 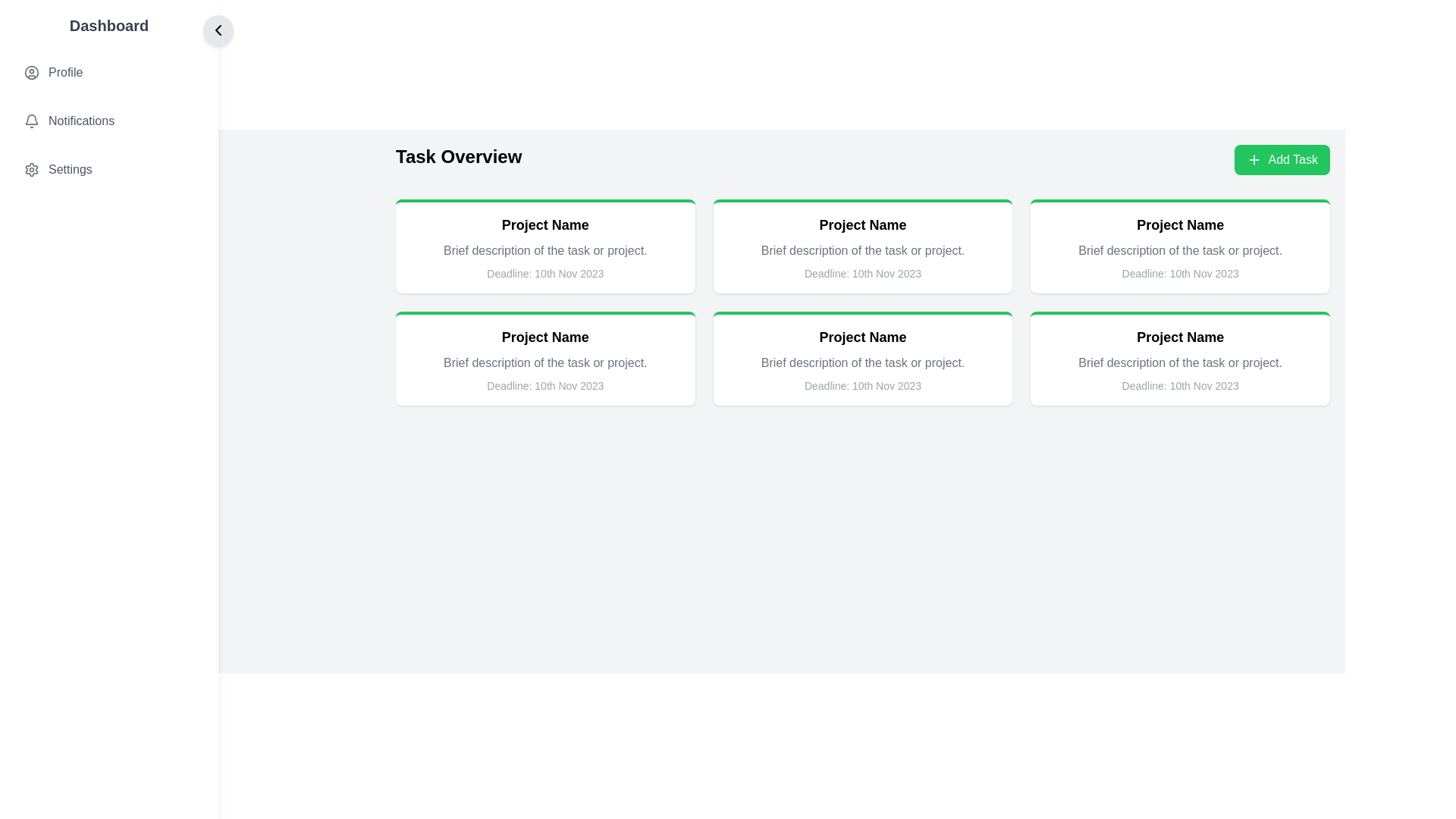 What do you see at coordinates (1179, 225) in the screenshot?
I see `the Text label that serves as a title or header for the card, which is positioned at the top of the card in the top-right corner among a grid of similar cards` at bounding box center [1179, 225].